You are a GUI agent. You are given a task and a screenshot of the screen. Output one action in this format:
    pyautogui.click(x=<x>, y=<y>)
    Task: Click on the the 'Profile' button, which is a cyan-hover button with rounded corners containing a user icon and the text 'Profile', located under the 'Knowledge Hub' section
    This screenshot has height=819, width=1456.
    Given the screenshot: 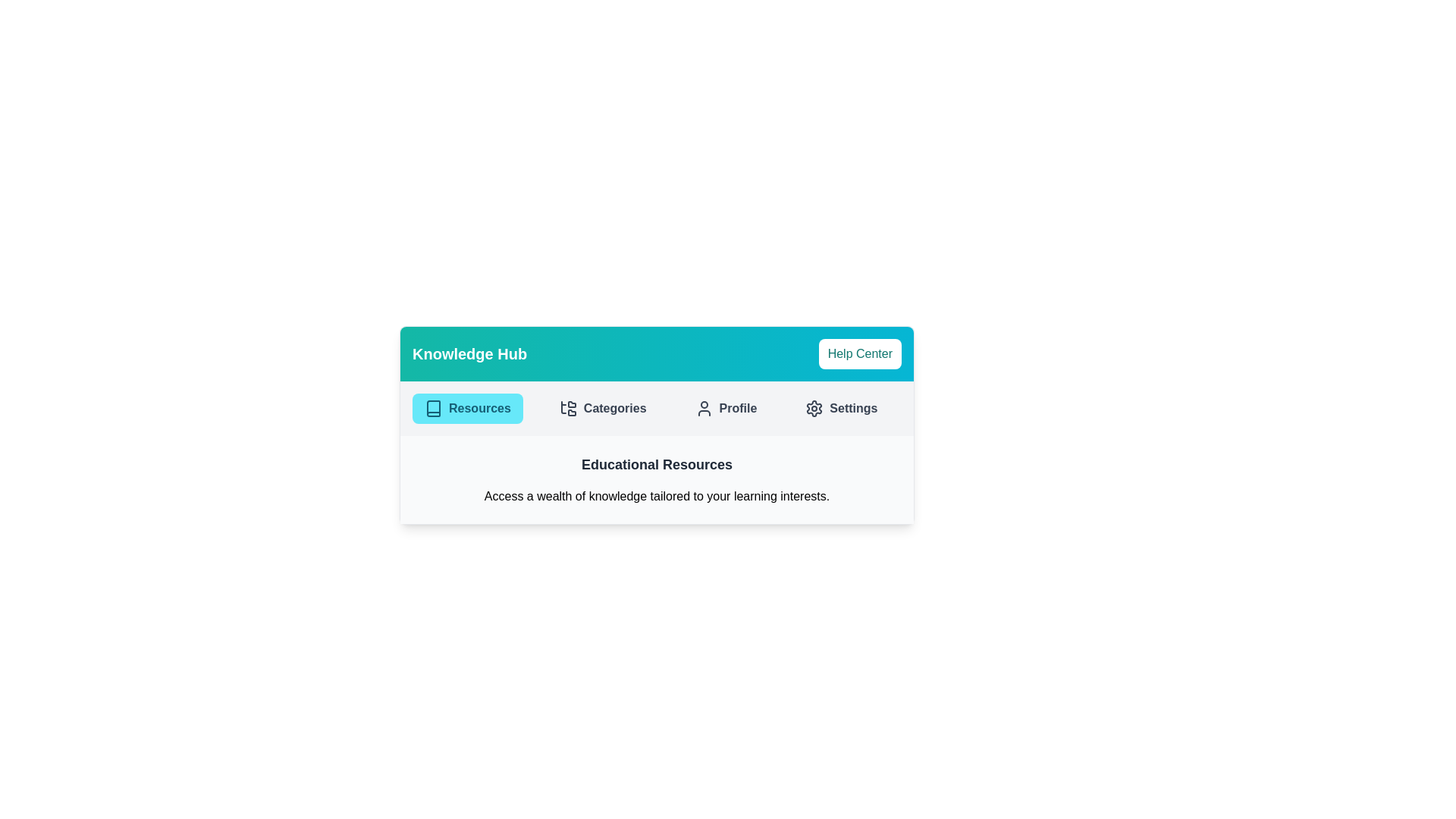 What is the action you would take?
    pyautogui.click(x=725, y=408)
    